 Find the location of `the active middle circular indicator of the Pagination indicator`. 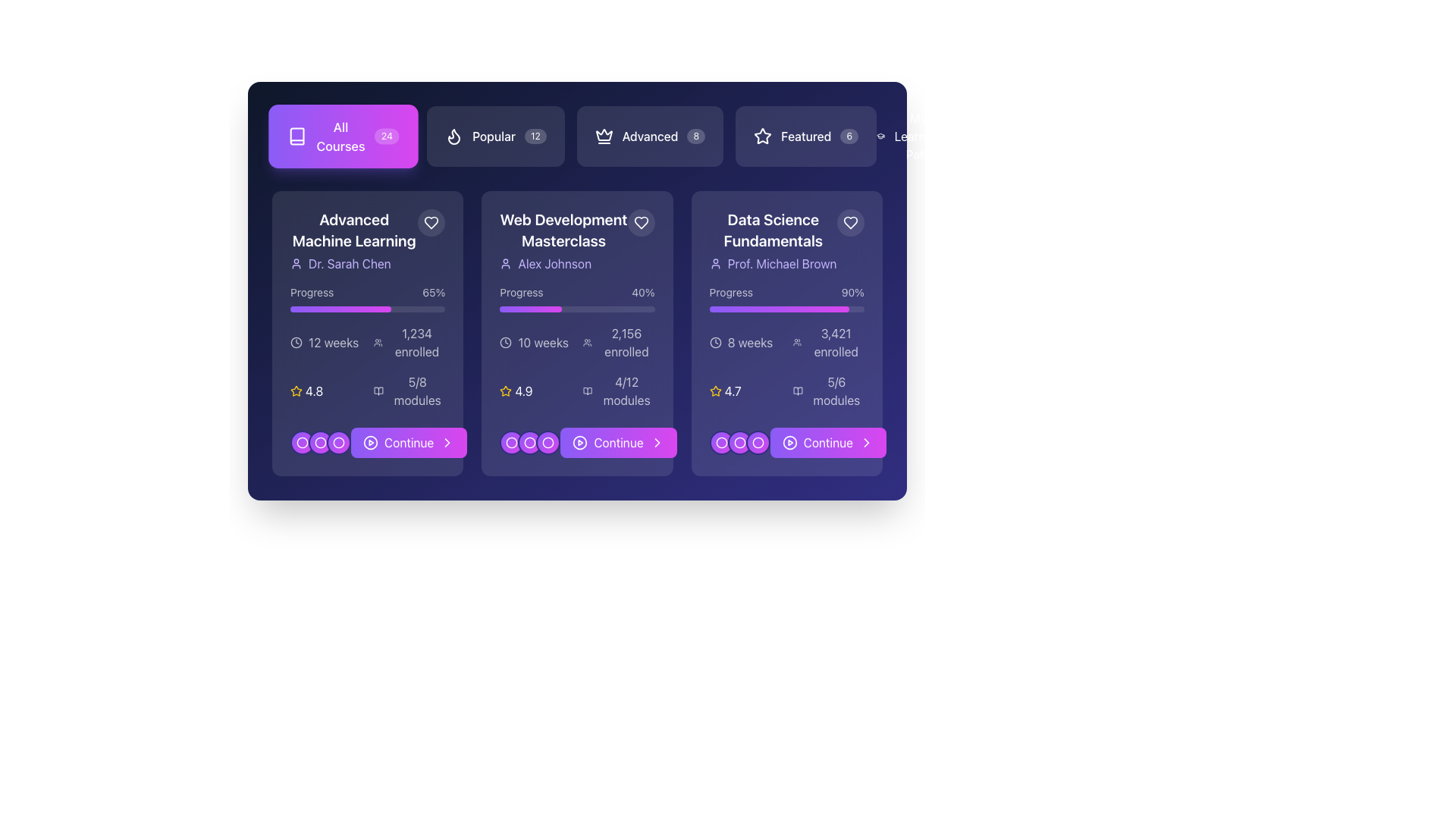

the active middle circular indicator of the Pagination indicator is located at coordinates (739, 442).